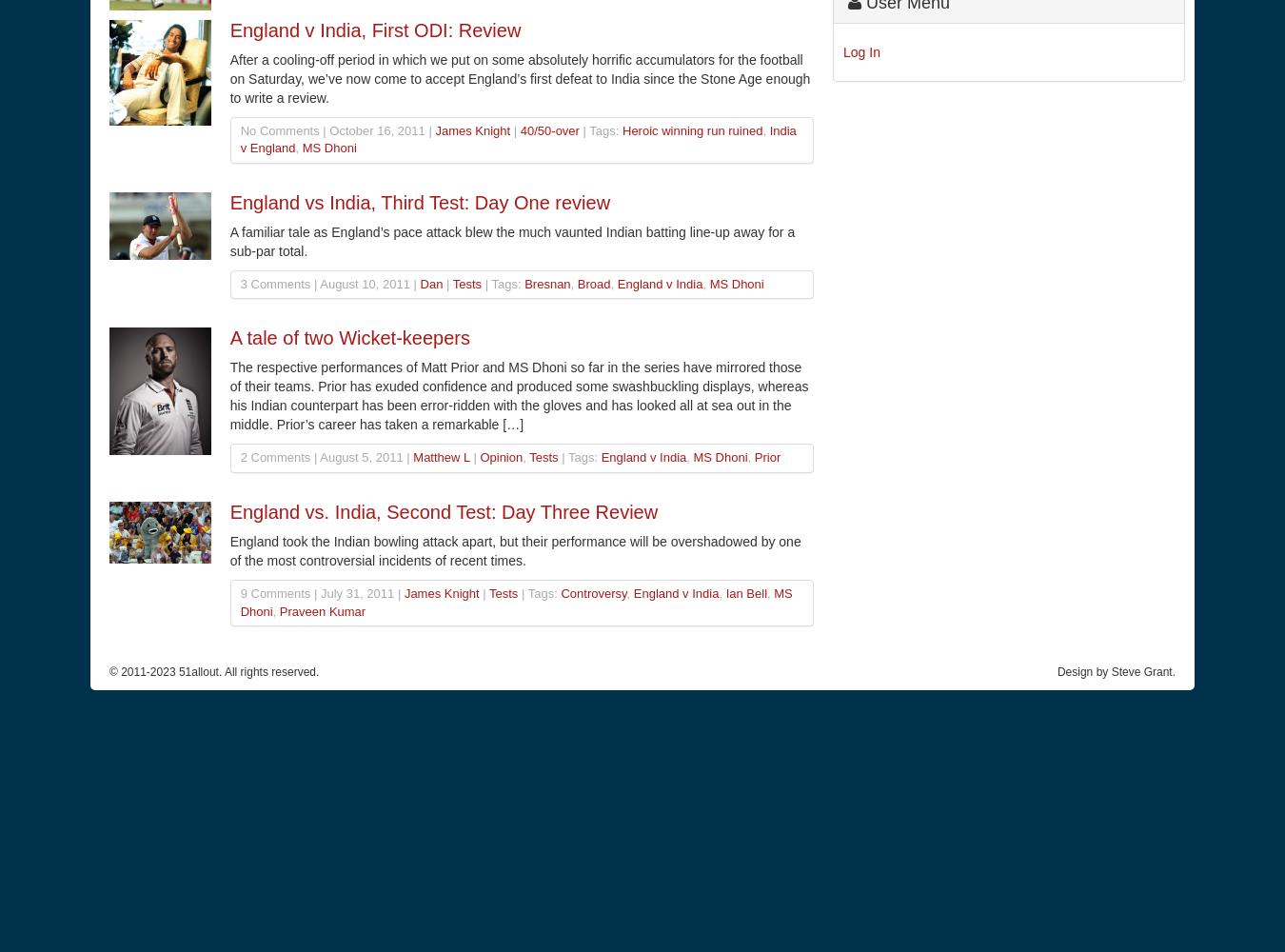 The width and height of the screenshot is (1285, 952). I want to click on 'Bresnan', so click(546, 283).